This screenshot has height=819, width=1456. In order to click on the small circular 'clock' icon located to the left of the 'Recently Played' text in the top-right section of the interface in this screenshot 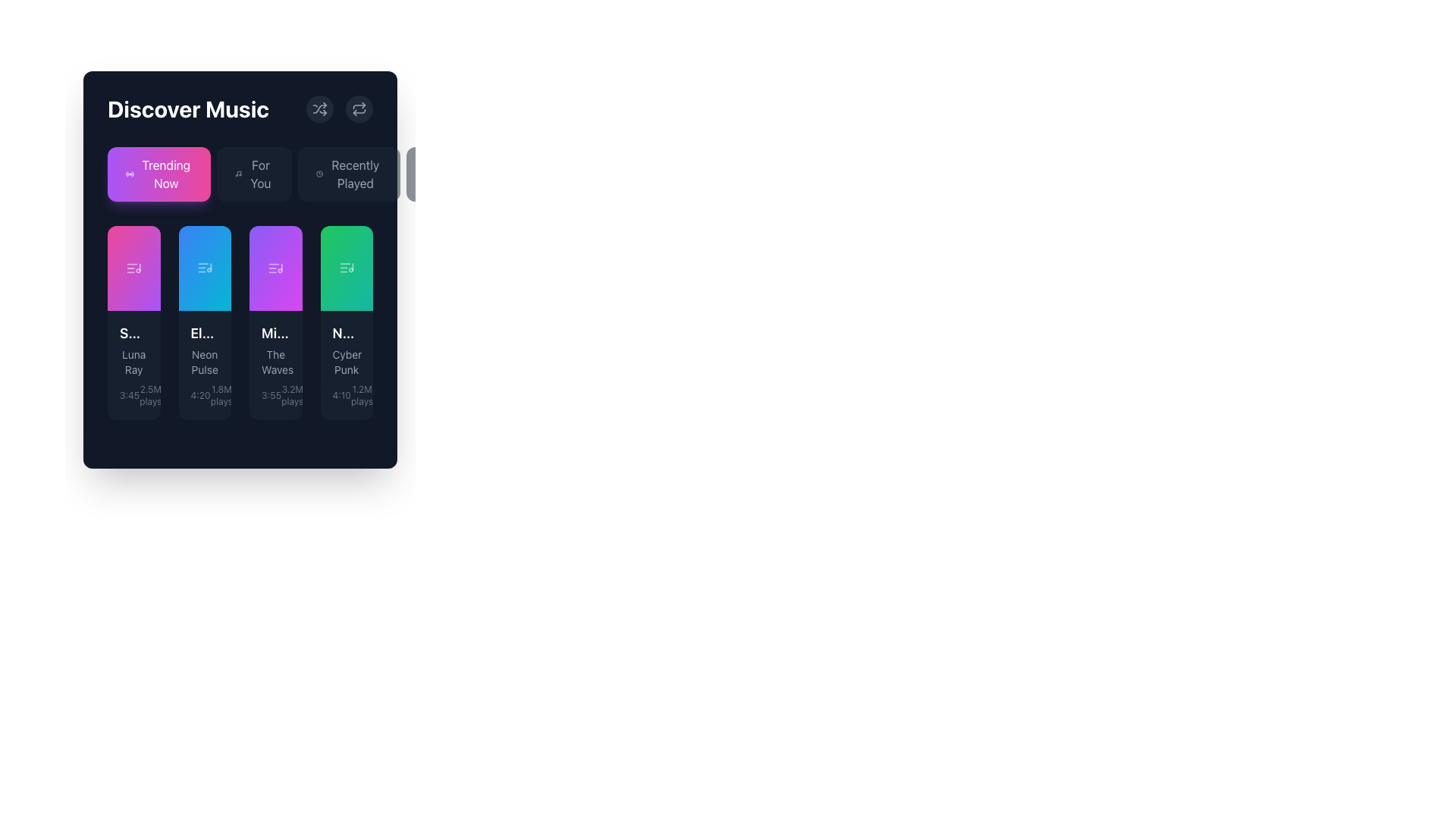, I will do `click(318, 174)`.